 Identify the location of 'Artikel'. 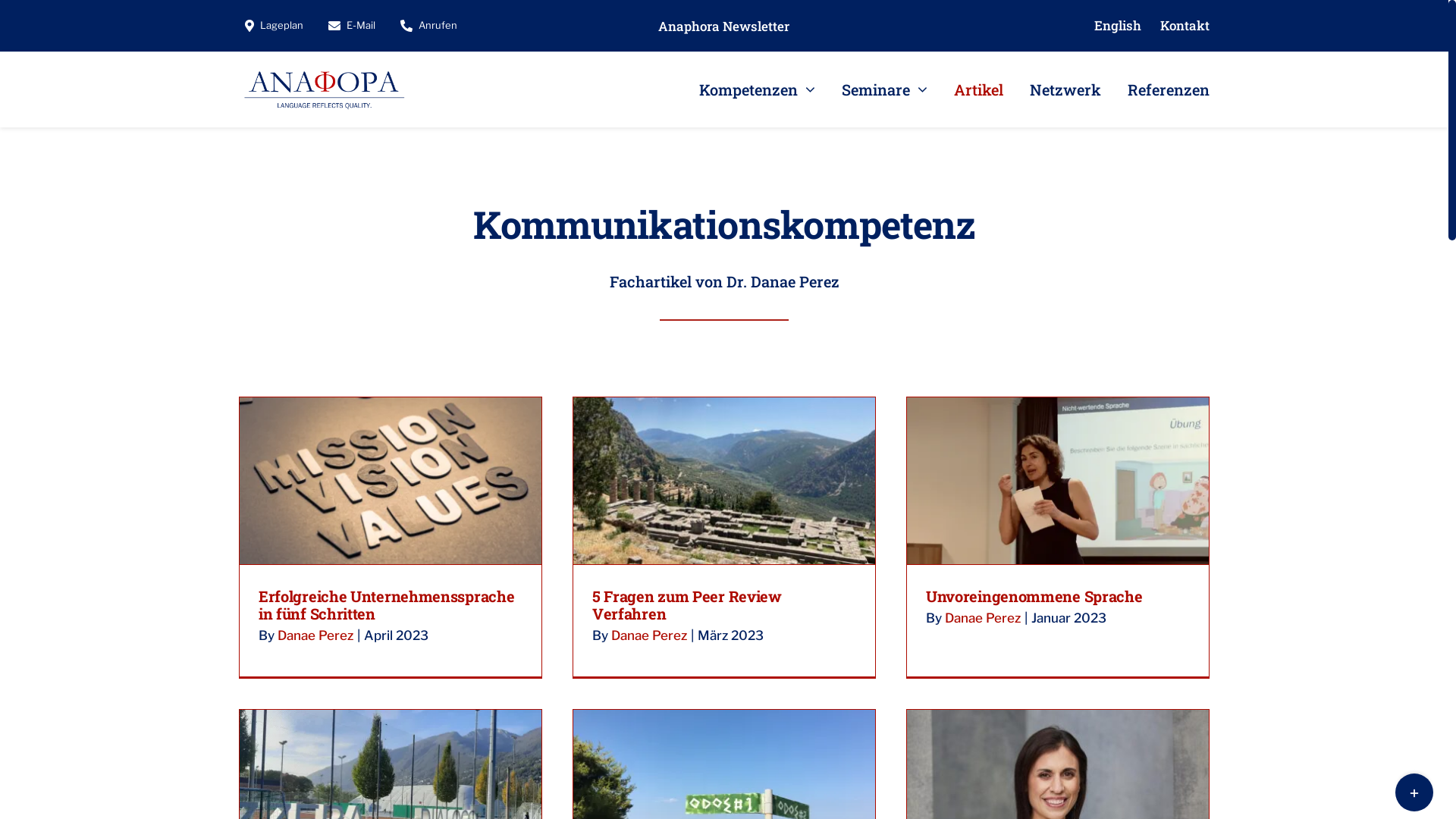
(978, 89).